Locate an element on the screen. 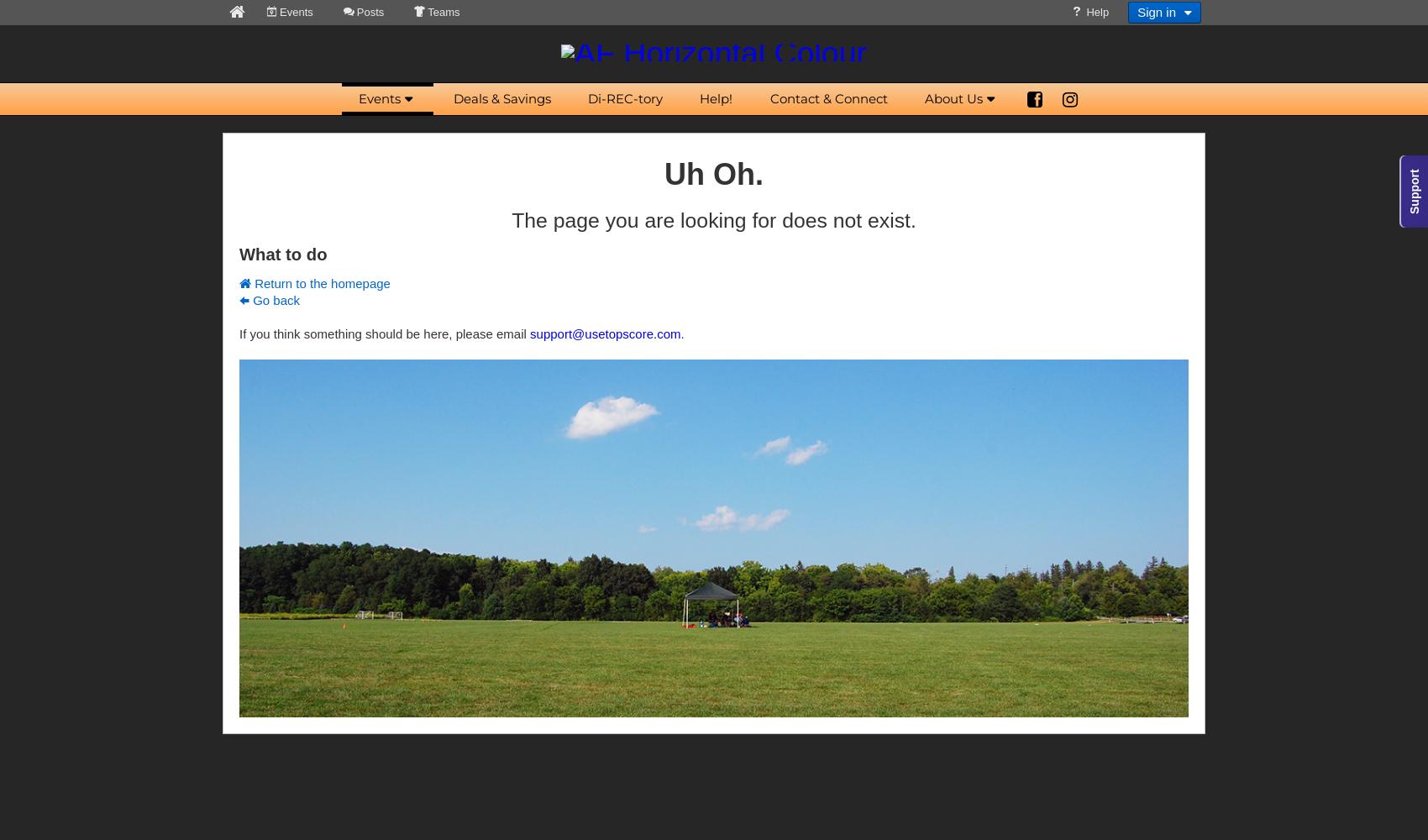  'About Us' is located at coordinates (953, 97).